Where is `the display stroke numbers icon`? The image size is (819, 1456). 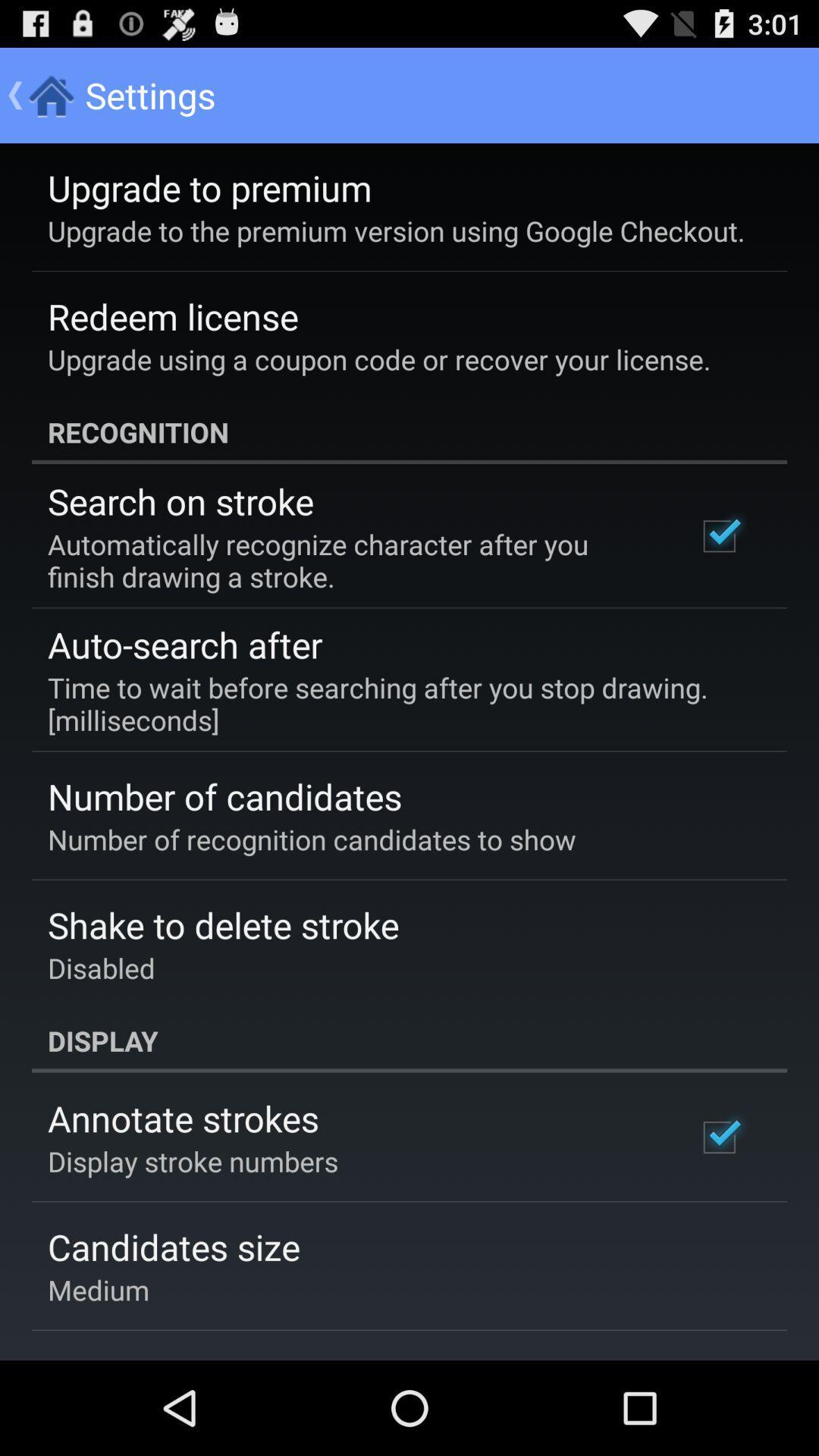
the display stroke numbers icon is located at coordinates (192, 1160).